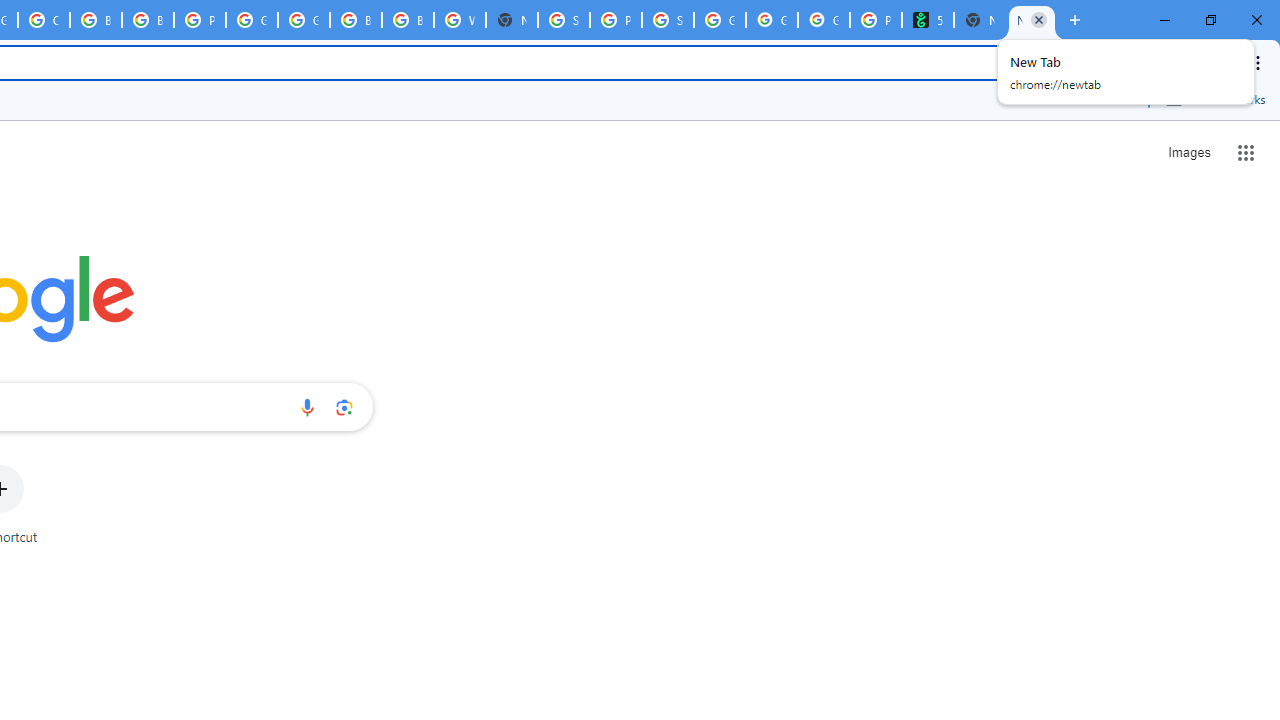 The height and width of the screenshot is (720, 1280). Describe the element at coordinates (1259, 61) in the screenshot. I see `'Chrome'` at that location.